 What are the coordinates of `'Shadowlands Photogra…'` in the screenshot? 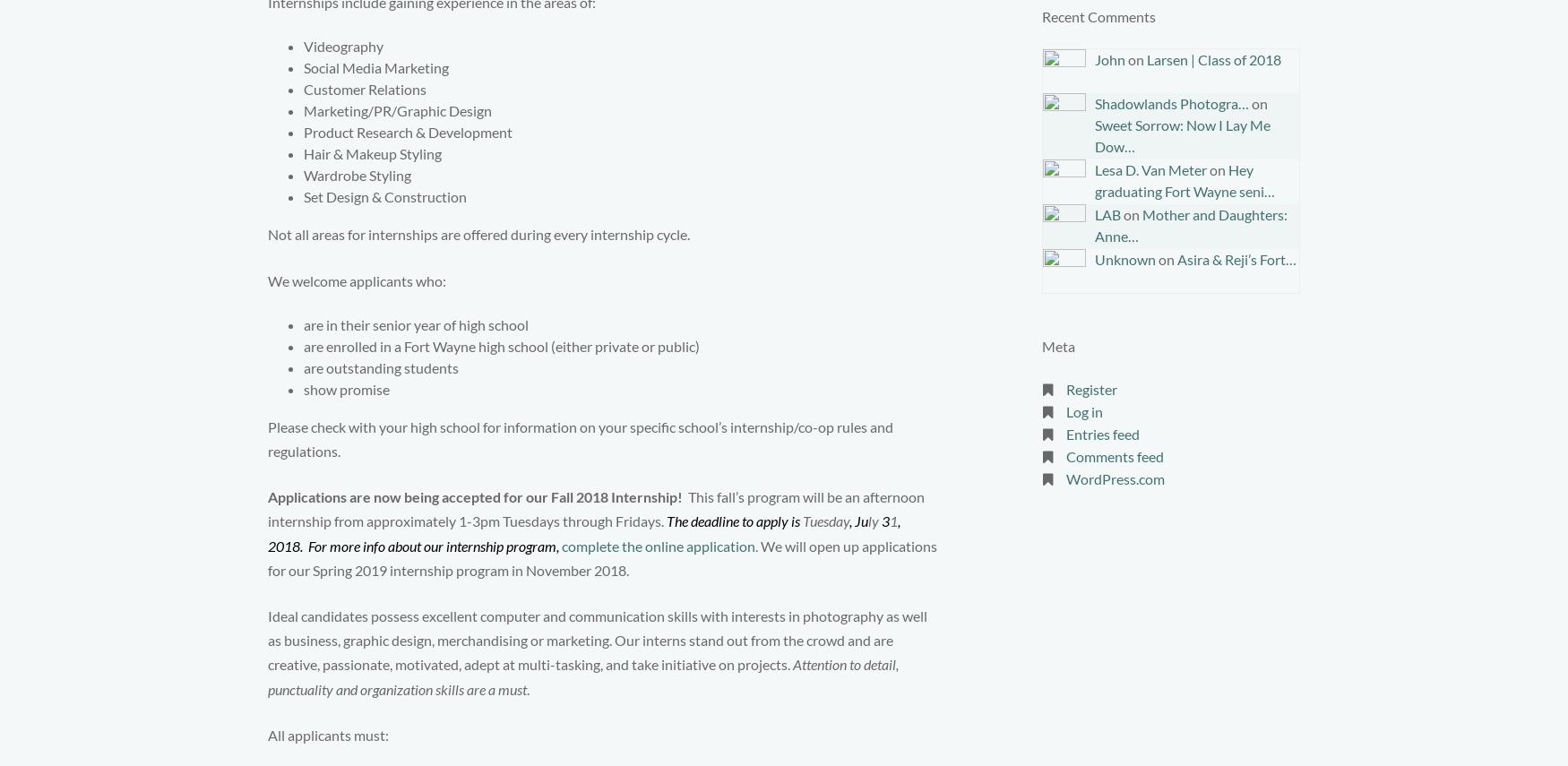 It's located at (1170, 102).